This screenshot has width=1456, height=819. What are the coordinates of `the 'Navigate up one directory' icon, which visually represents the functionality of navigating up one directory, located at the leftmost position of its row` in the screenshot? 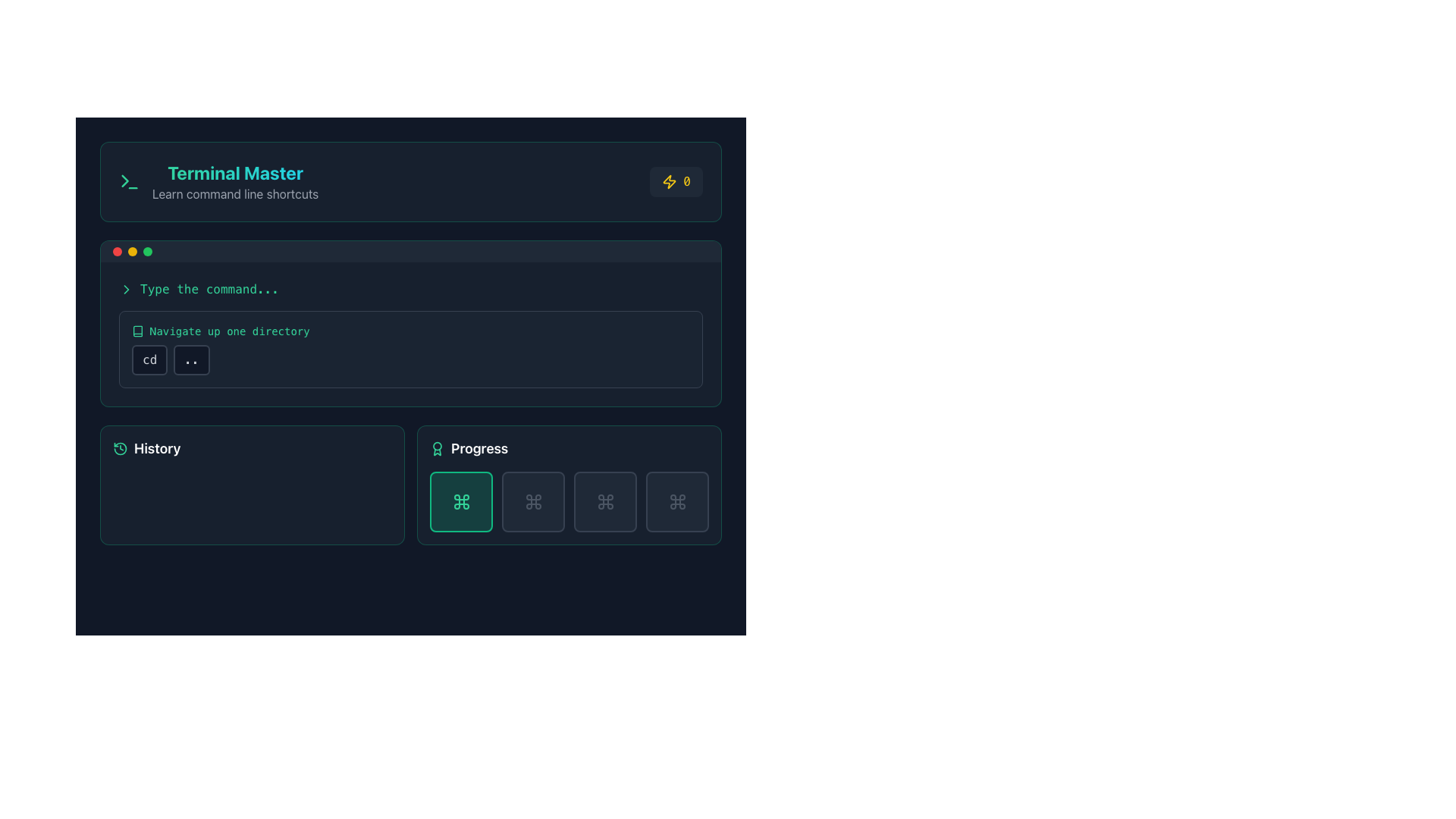 It's located at (138, 330).